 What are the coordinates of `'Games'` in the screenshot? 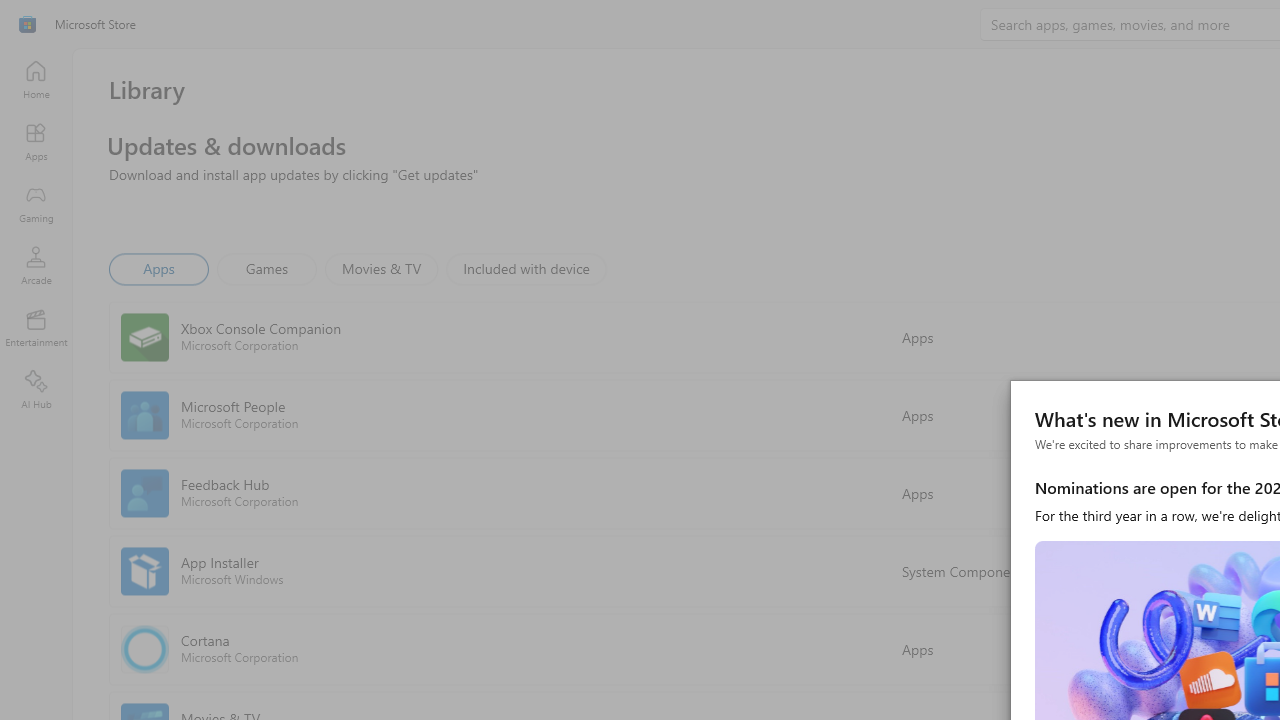 It's located at (266, 267).